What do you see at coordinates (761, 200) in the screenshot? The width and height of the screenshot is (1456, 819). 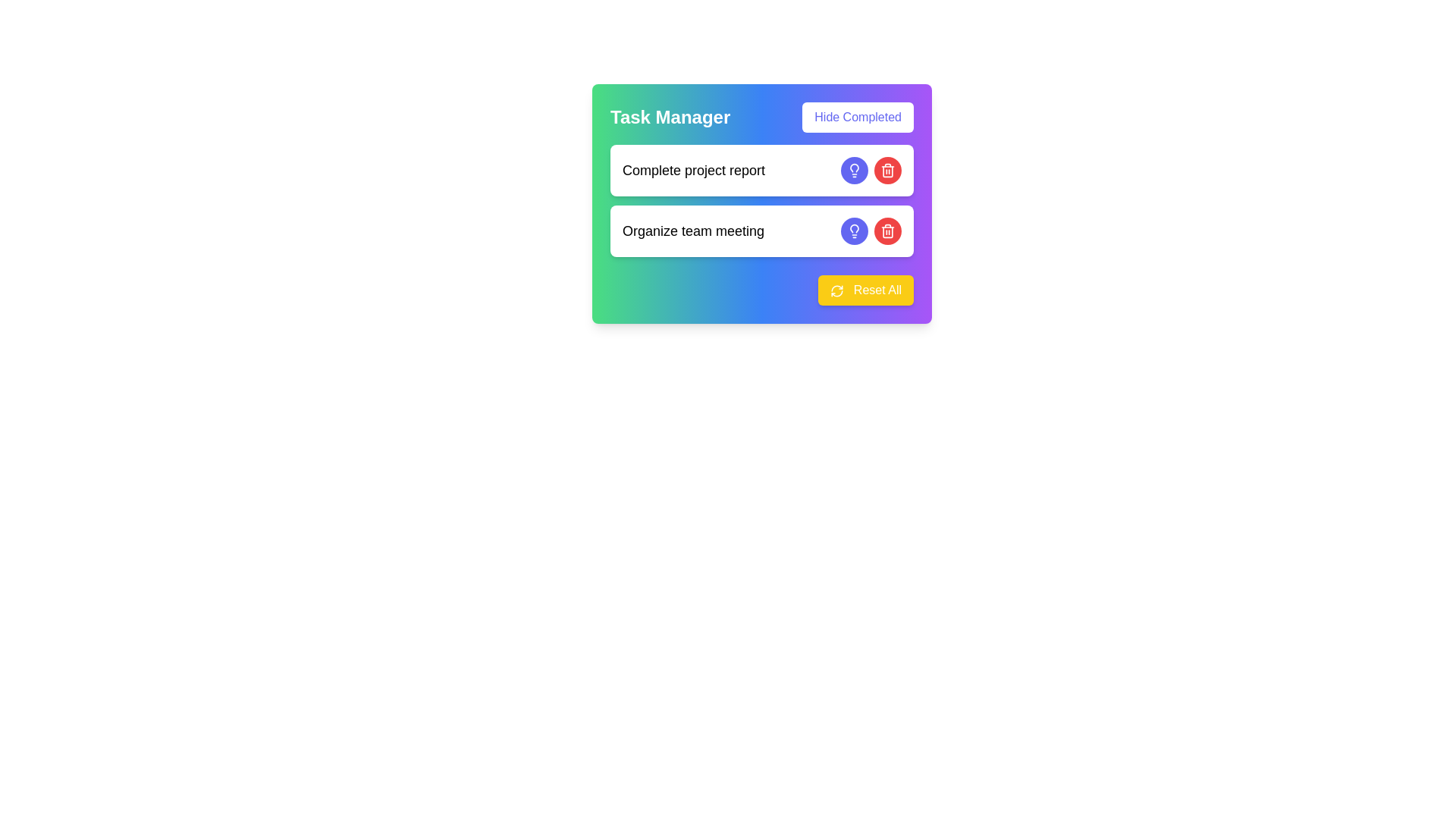 I see `the text 'Complete project report' in the task list` at bounding box center [761, 200].